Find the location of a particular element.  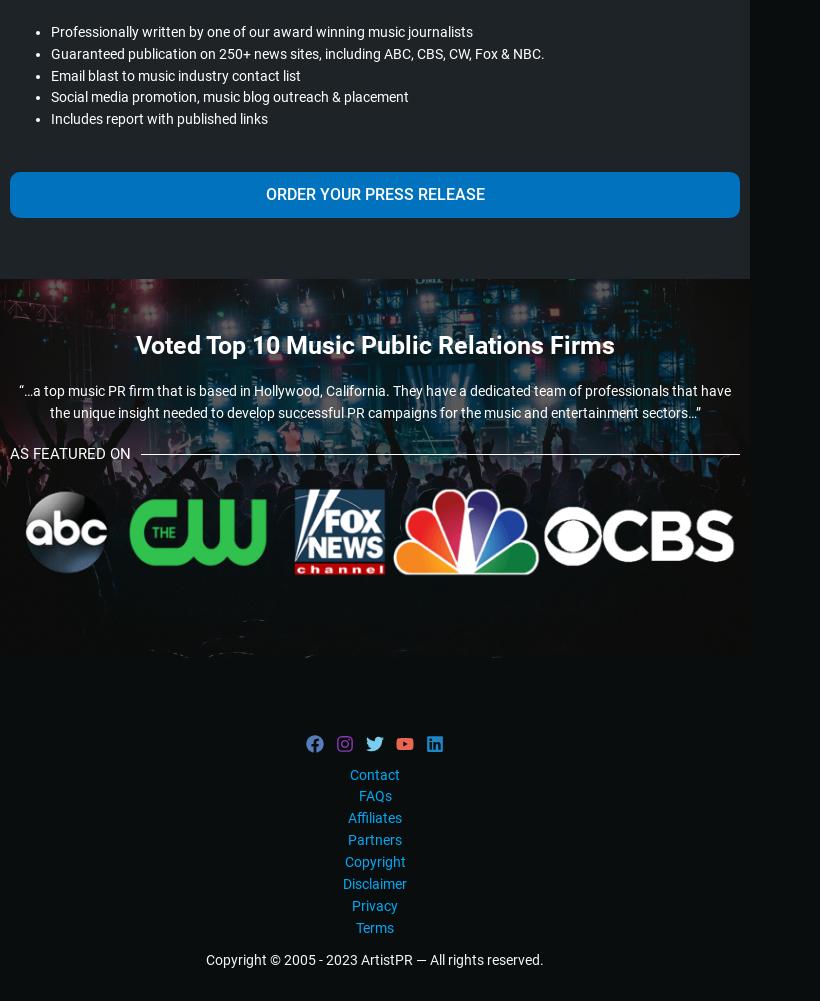

'Social media promotion, music blog outreach & placement' is located at coordinates (229, 95).